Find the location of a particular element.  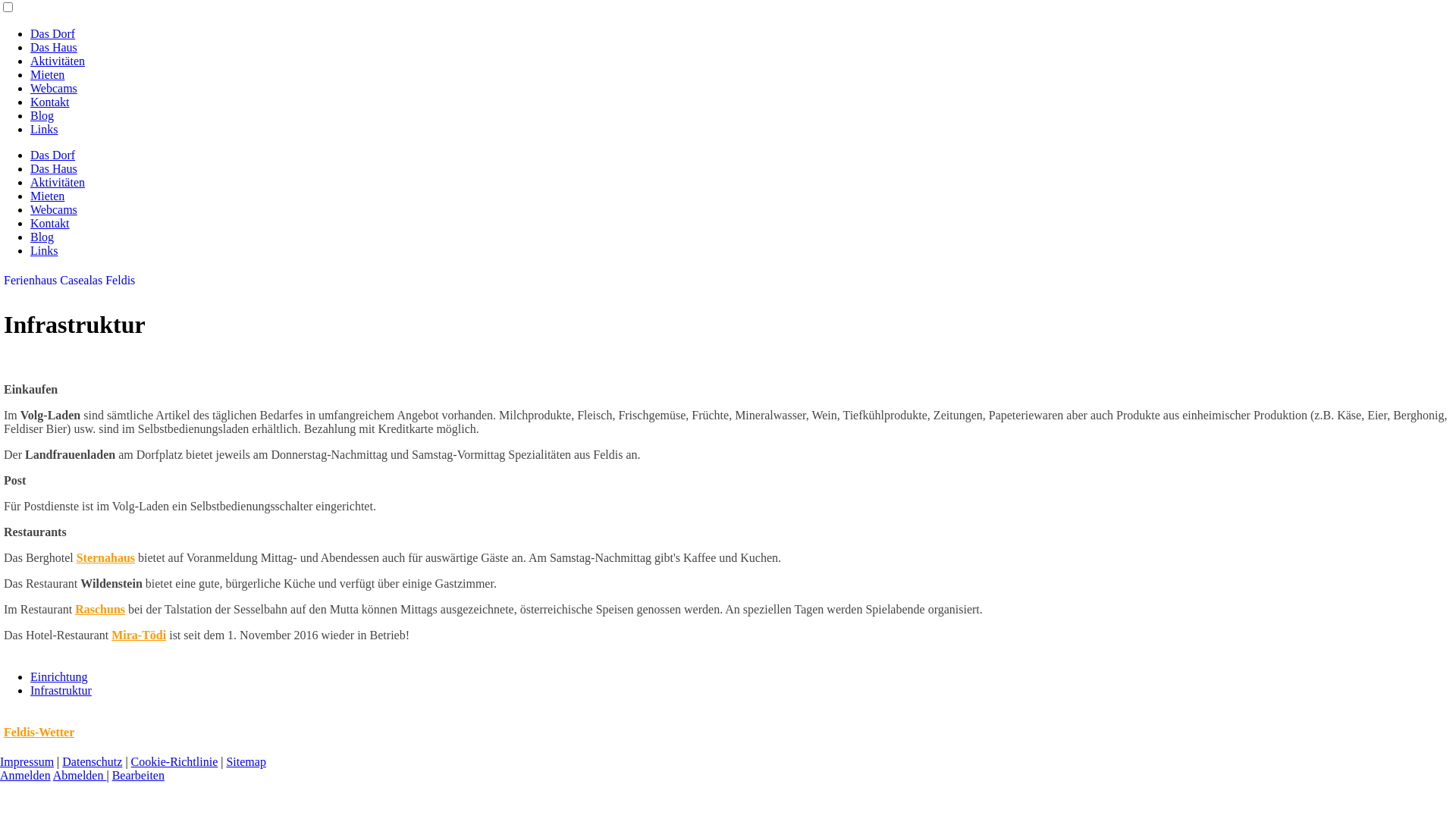

'Raschuns' is located at coordinates (99, 608).